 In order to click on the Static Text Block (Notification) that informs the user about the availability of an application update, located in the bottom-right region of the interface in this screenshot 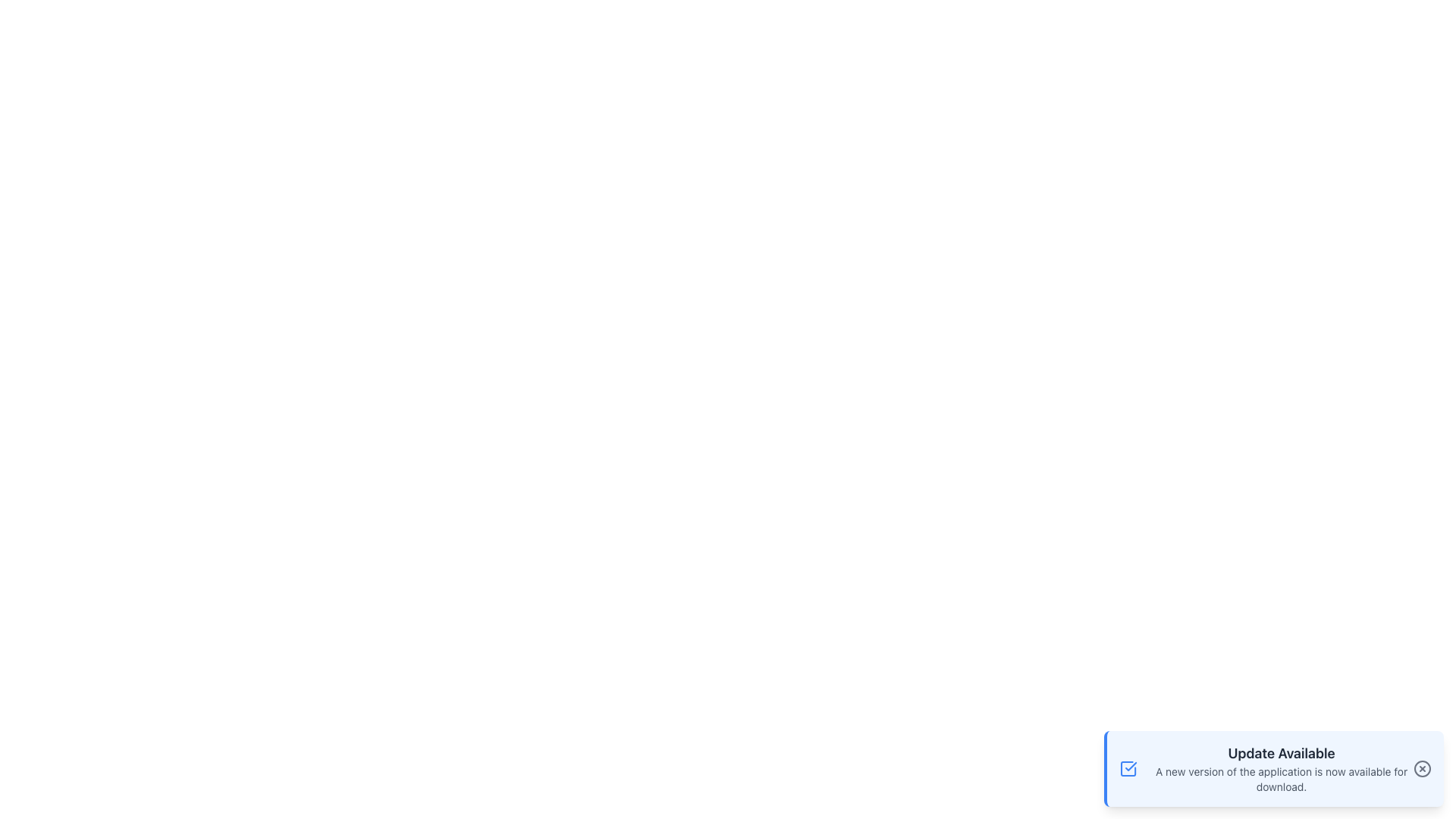, I will do `click(1281, 769)`.